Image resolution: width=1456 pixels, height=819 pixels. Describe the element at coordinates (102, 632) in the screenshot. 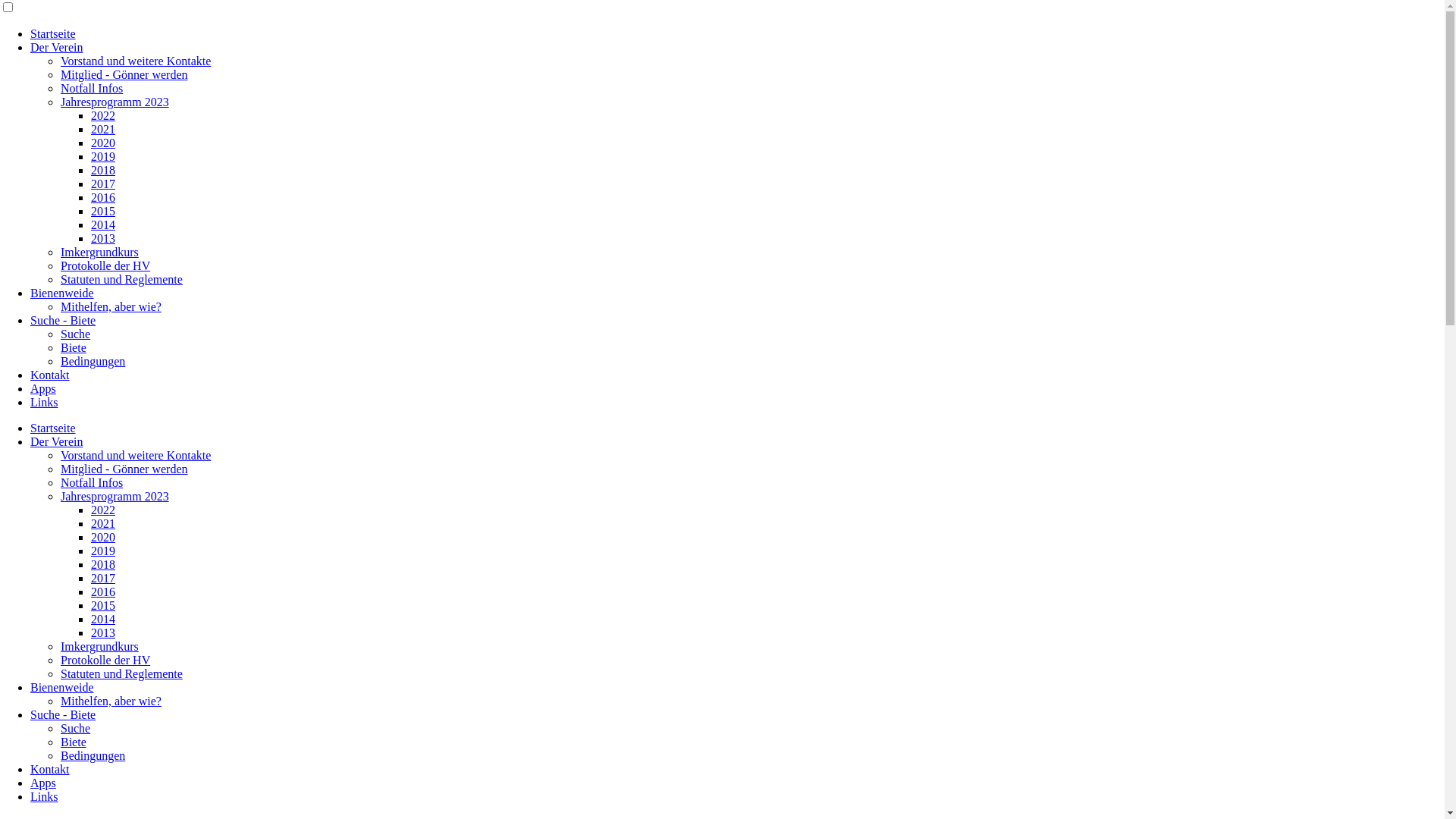

I see `'2013'` at that location.